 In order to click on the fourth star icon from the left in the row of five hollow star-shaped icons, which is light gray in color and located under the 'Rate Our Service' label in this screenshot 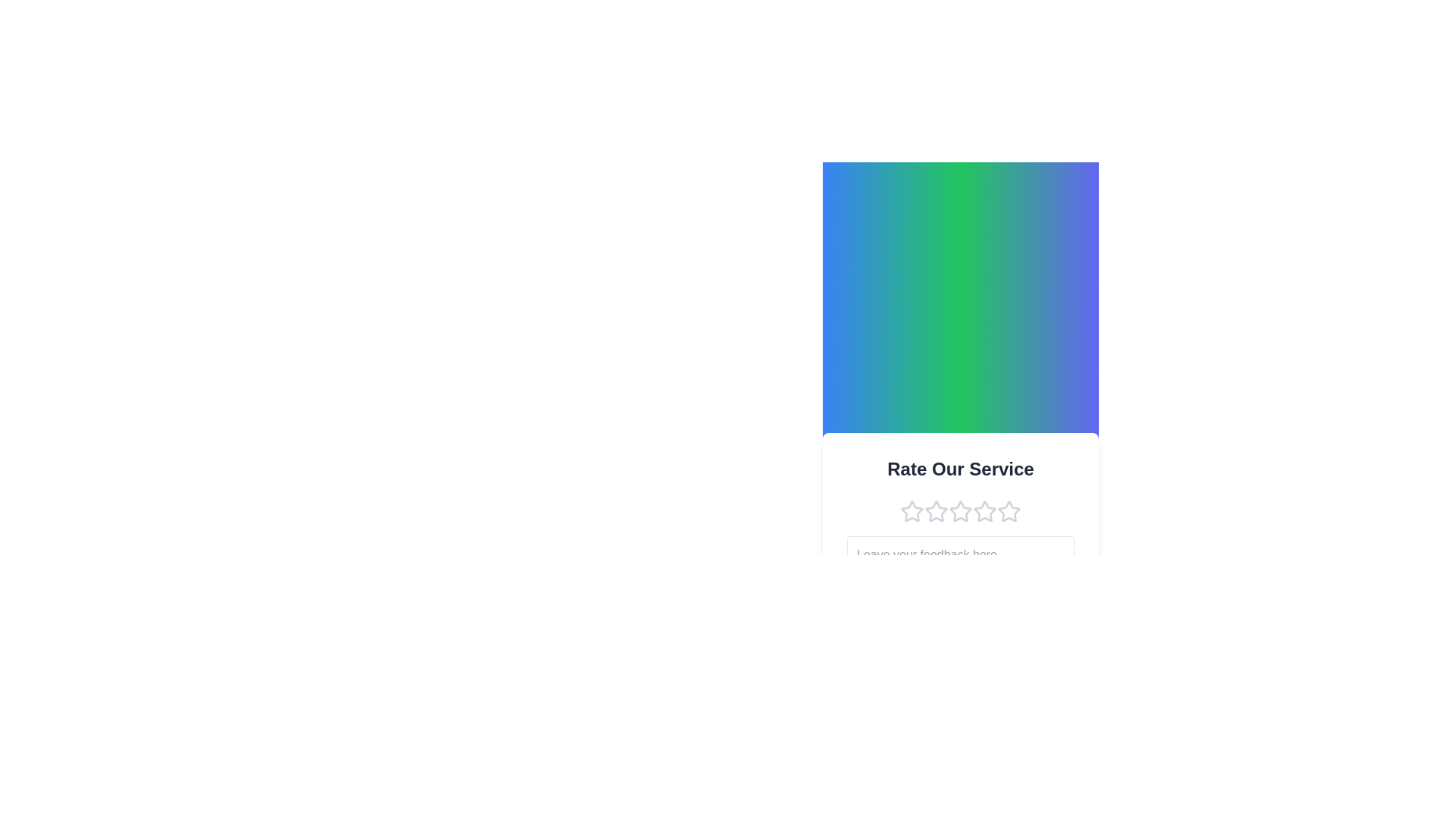, I will do `click(960, 511)`.